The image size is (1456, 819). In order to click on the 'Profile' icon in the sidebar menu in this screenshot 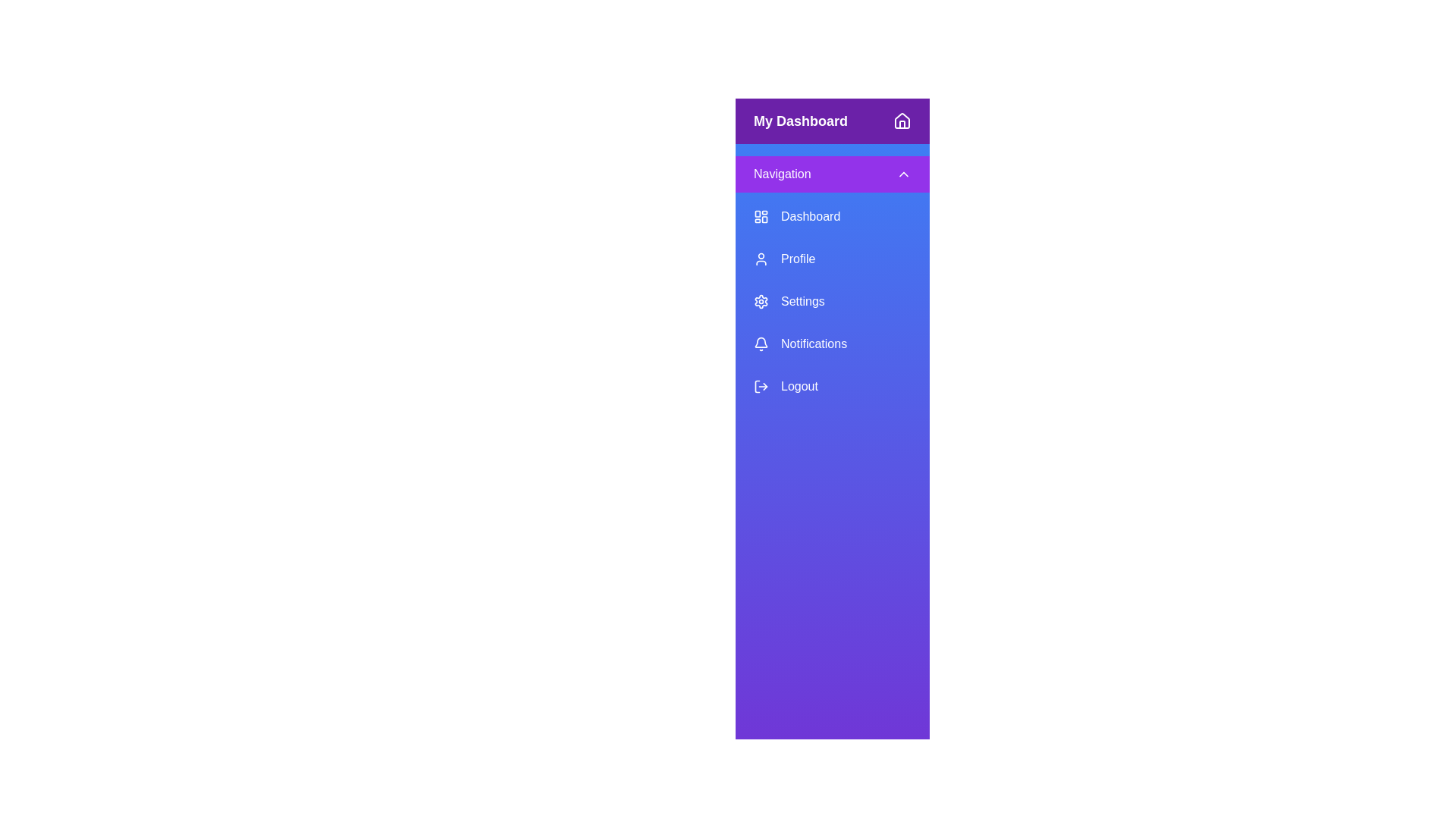, I will do `click(761, 259)`.